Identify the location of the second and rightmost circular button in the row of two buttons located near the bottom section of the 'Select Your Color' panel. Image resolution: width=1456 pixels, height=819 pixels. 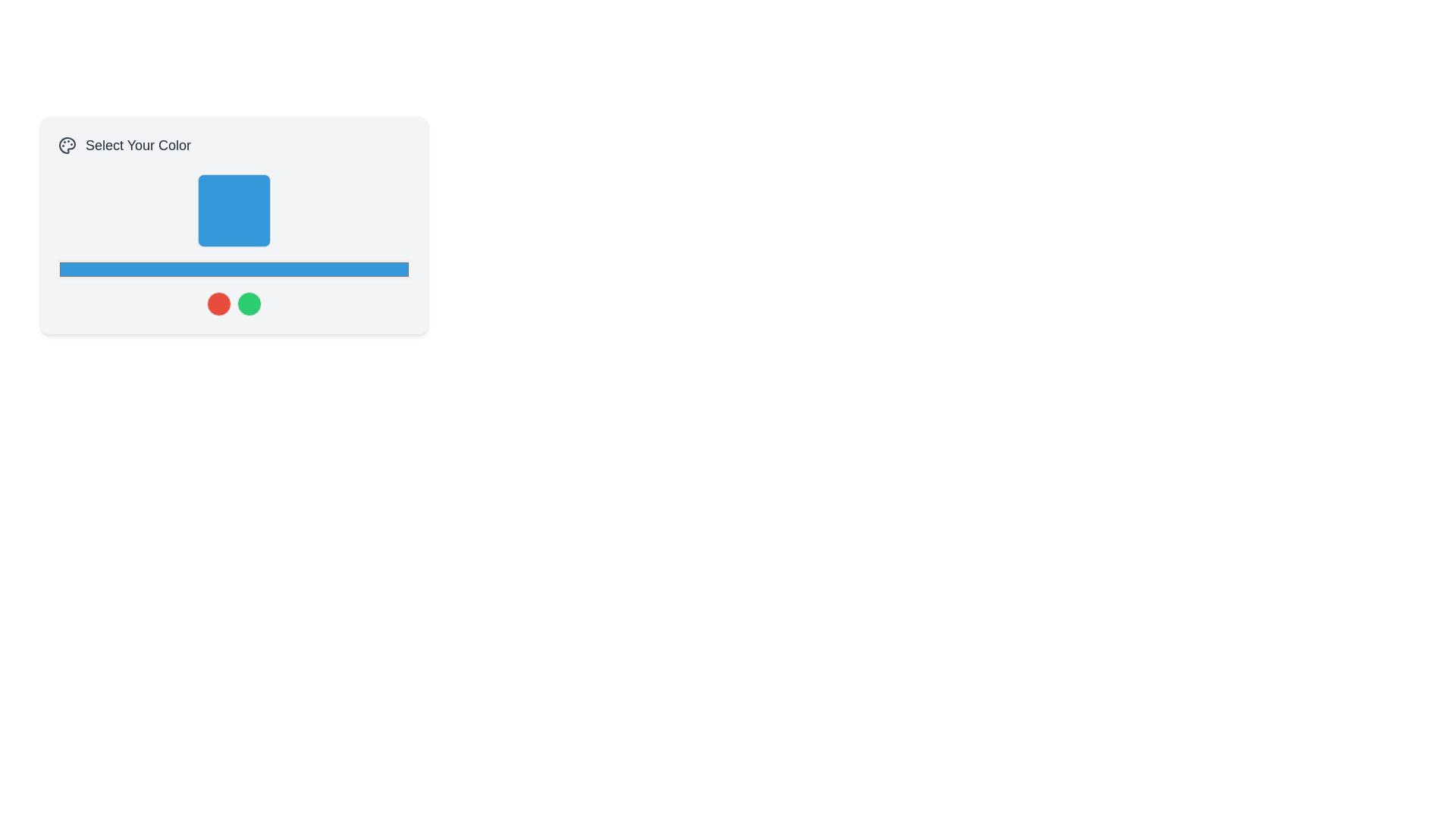
(249, 304).